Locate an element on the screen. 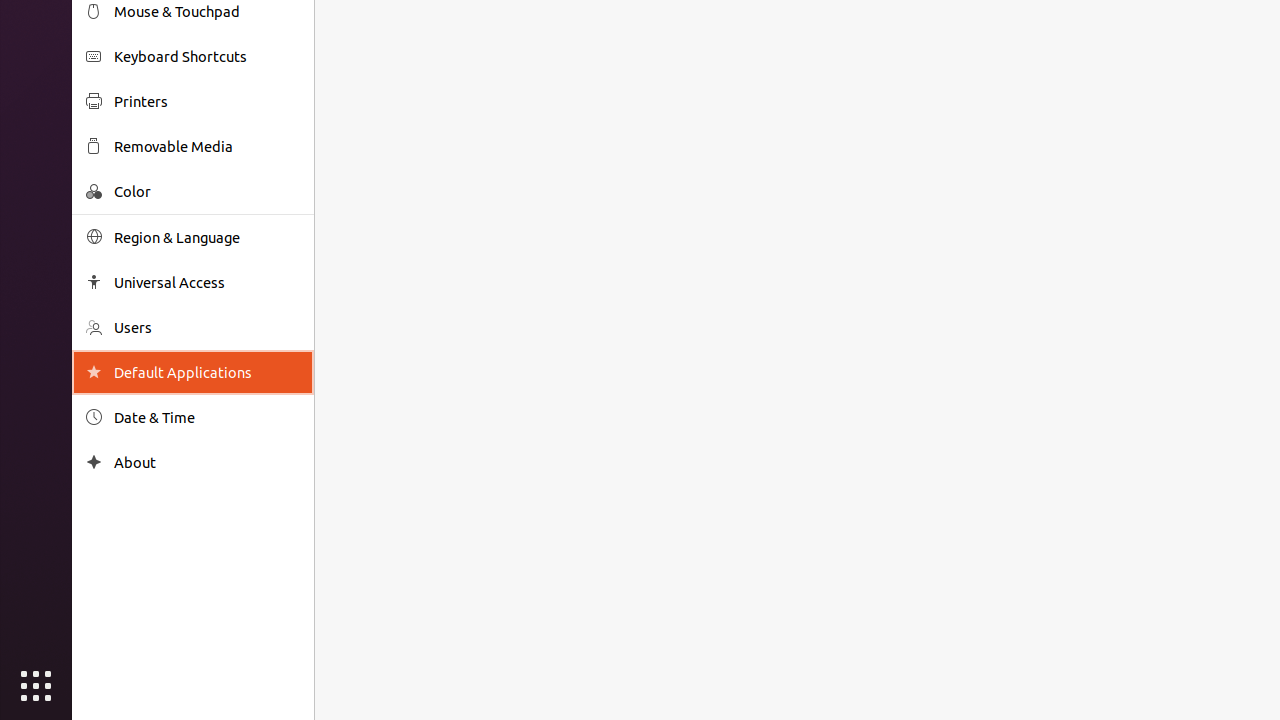  'Color' is located at coordinates (206, 191).